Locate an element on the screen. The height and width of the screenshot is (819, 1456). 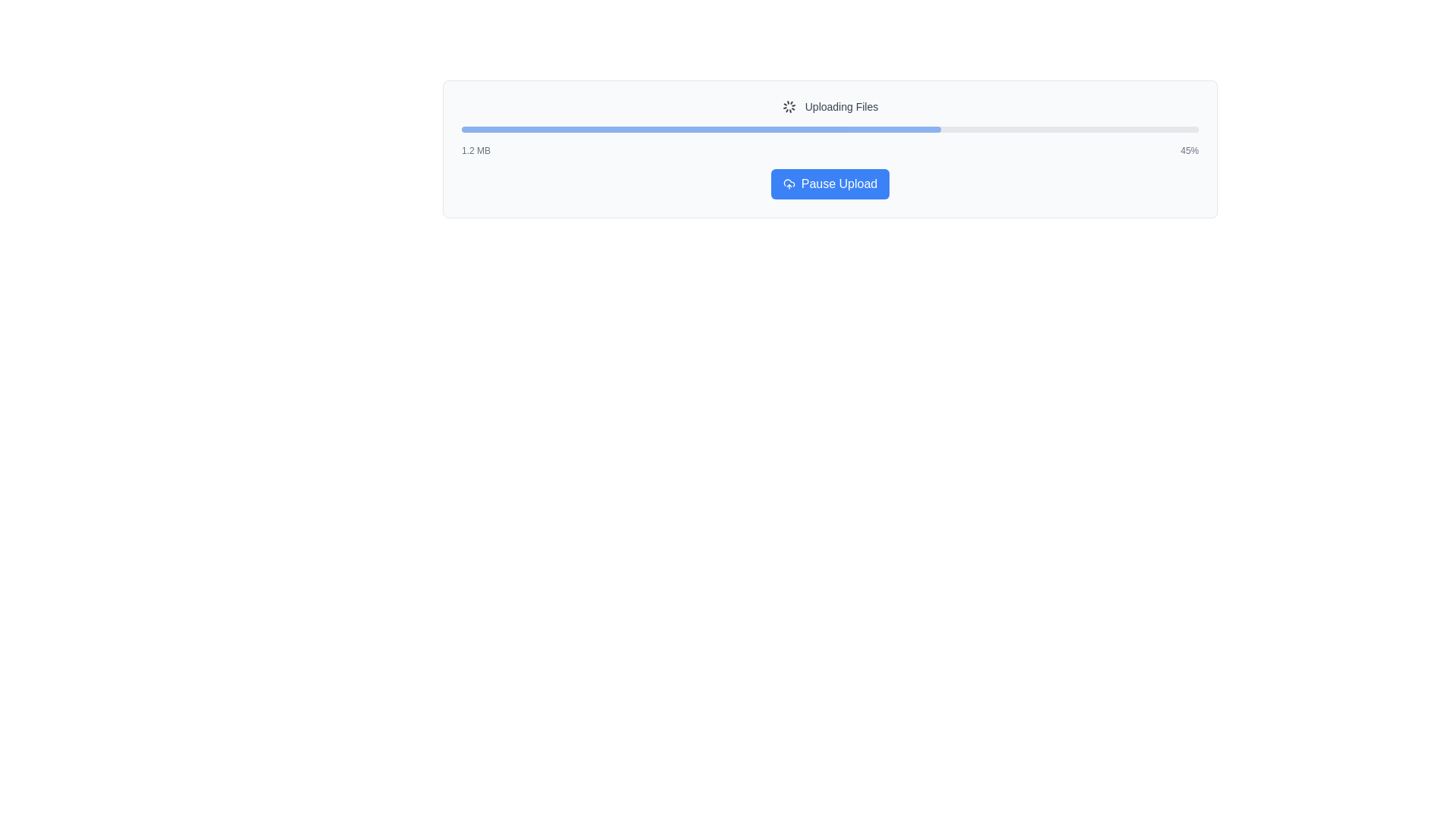
the upload icon located at the top center of the 'Pause Upload' button is located at coordinates (789, 184).